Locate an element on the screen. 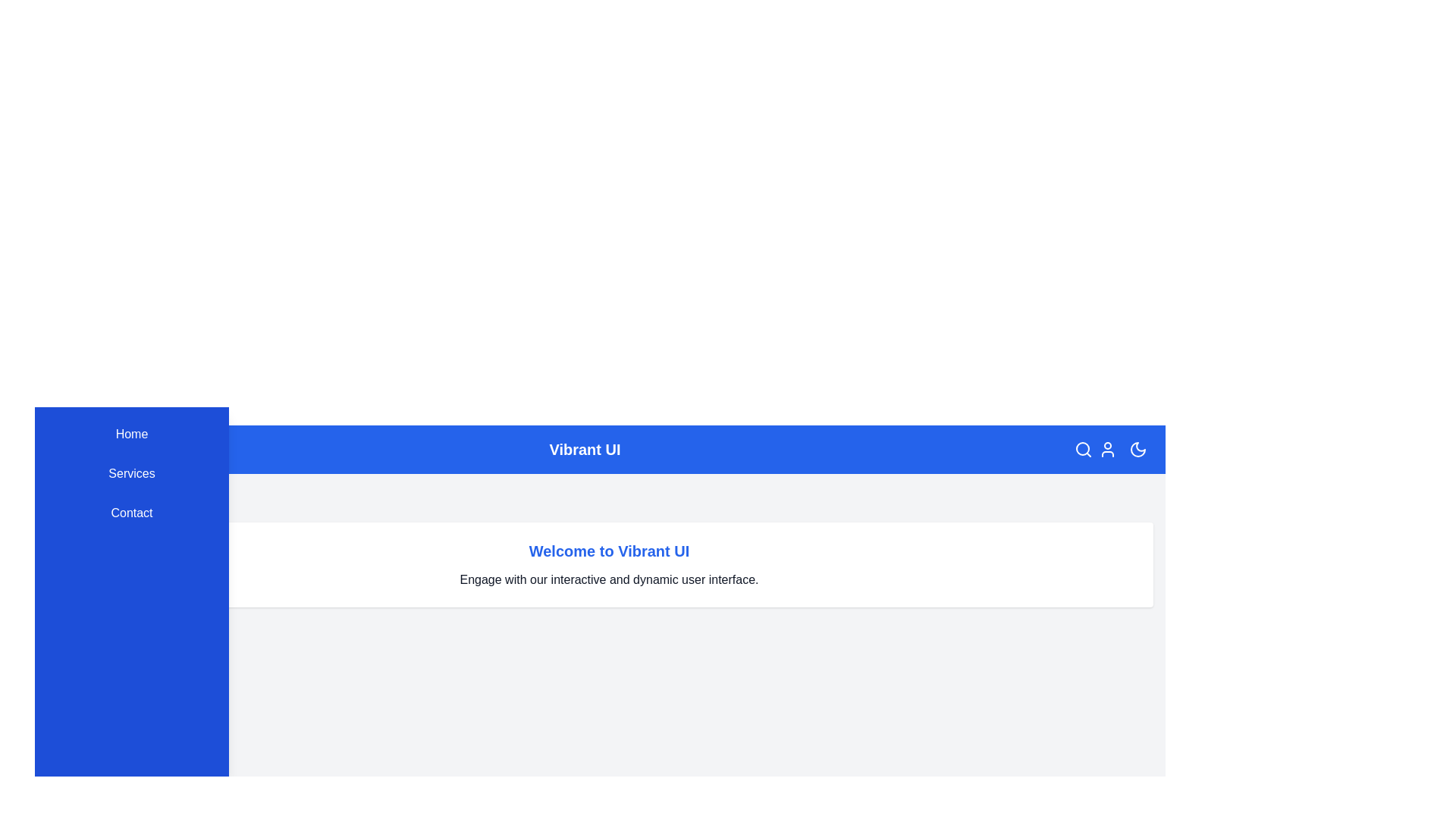  the dark mode toggle button in the top-right corner of the app bar is located at coordinates (1138, 449).